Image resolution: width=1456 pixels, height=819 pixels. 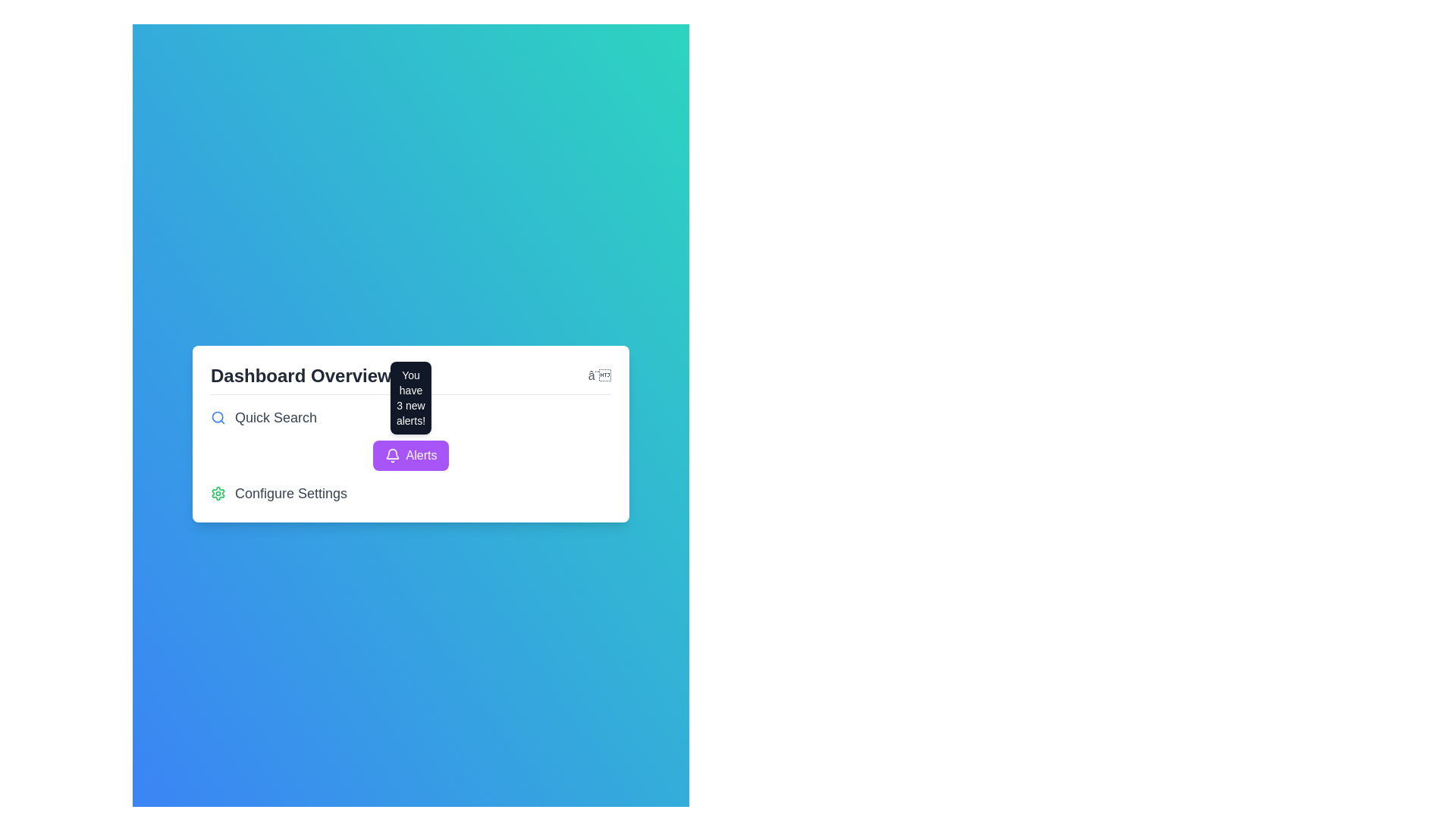 I want to click on the Text label that serves as a heading or title, positioned on the left-hand side of the header-like structure above the central content, so click(x=301, y=375).